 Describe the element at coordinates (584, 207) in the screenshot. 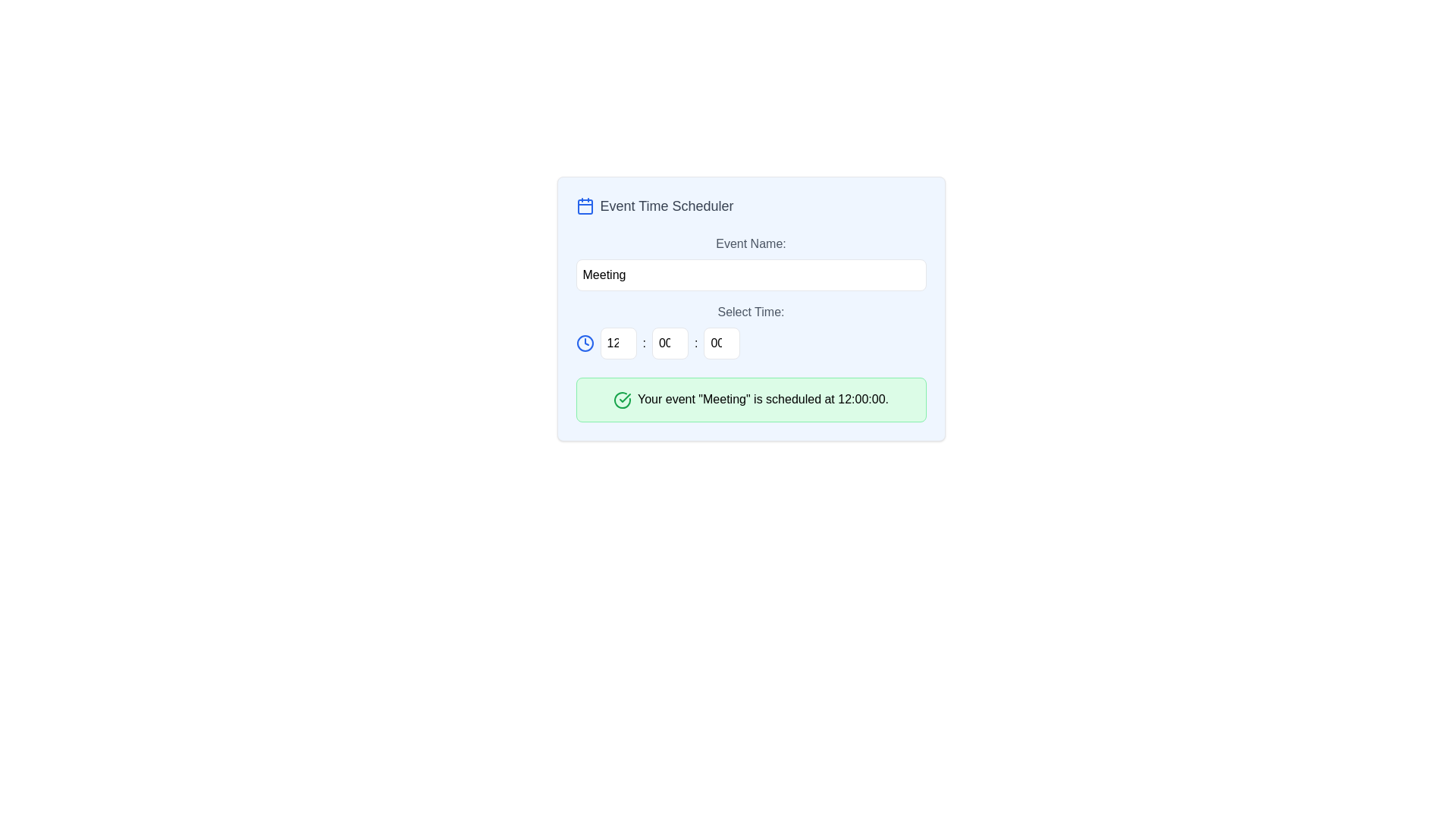

I see `the inner rectangular element of the calendar icon, which is part of a multi-part calendar representation` at that location.